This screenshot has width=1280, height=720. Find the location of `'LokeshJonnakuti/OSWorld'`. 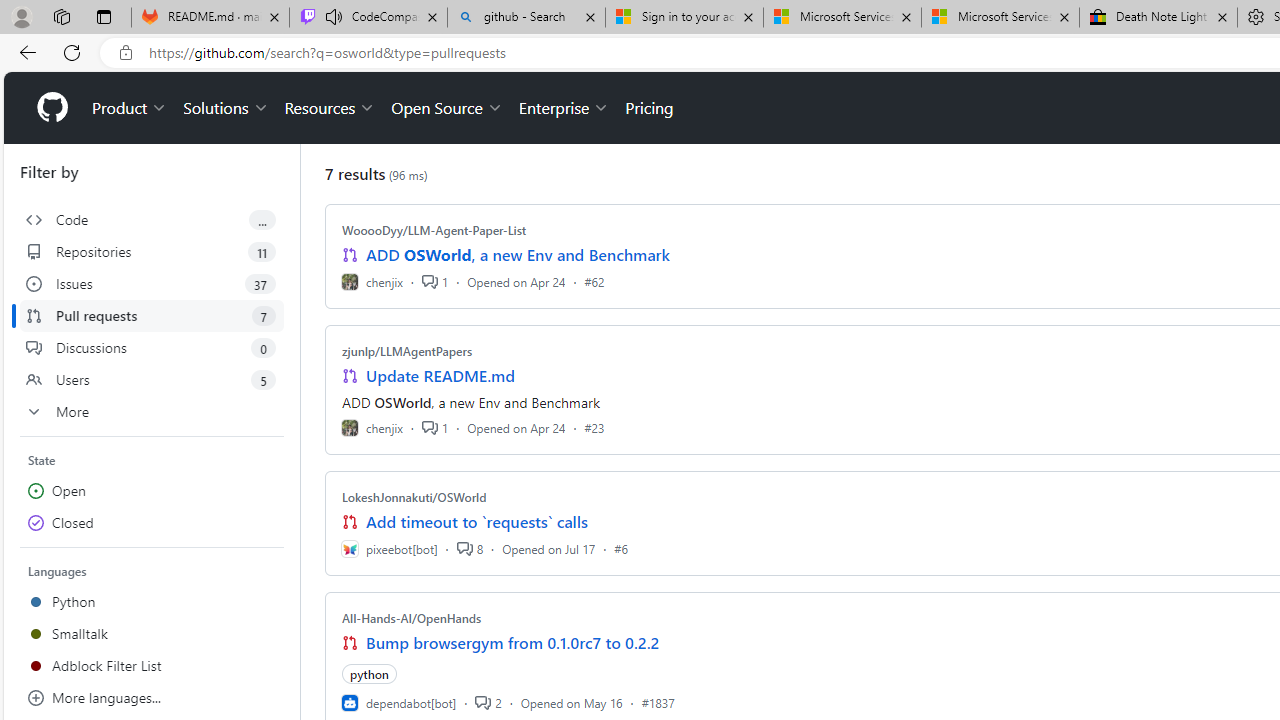

'LokeshJonnakuti/OSWorld' is located at coordinates (413, 496).